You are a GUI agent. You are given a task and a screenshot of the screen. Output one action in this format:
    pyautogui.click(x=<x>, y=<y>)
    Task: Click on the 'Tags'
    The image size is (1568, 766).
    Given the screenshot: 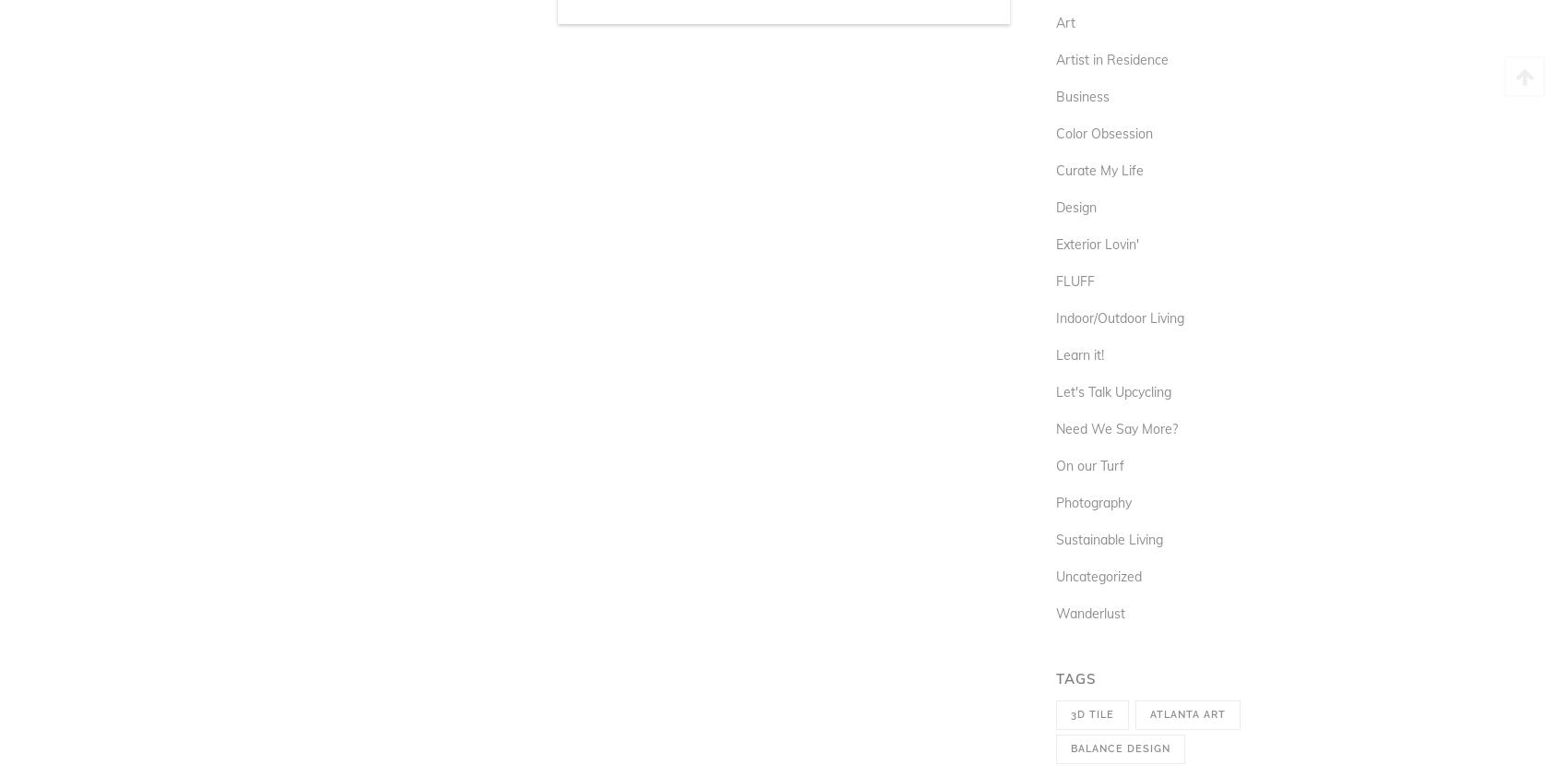 What is the action you would take?
    pyautogui.click(x=1055, y=677)
    